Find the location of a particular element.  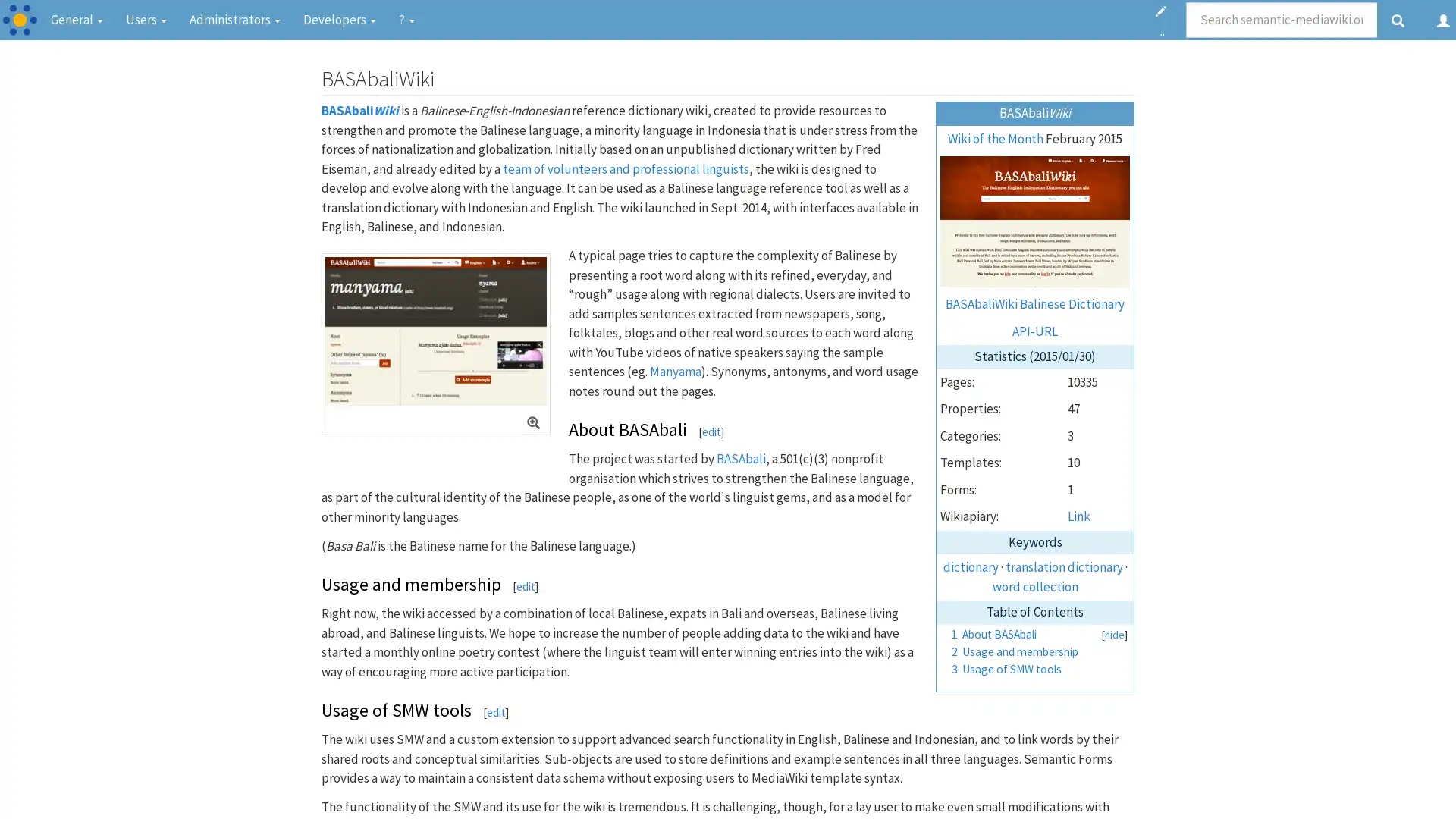

hide is located at coordinates (1114, 634).